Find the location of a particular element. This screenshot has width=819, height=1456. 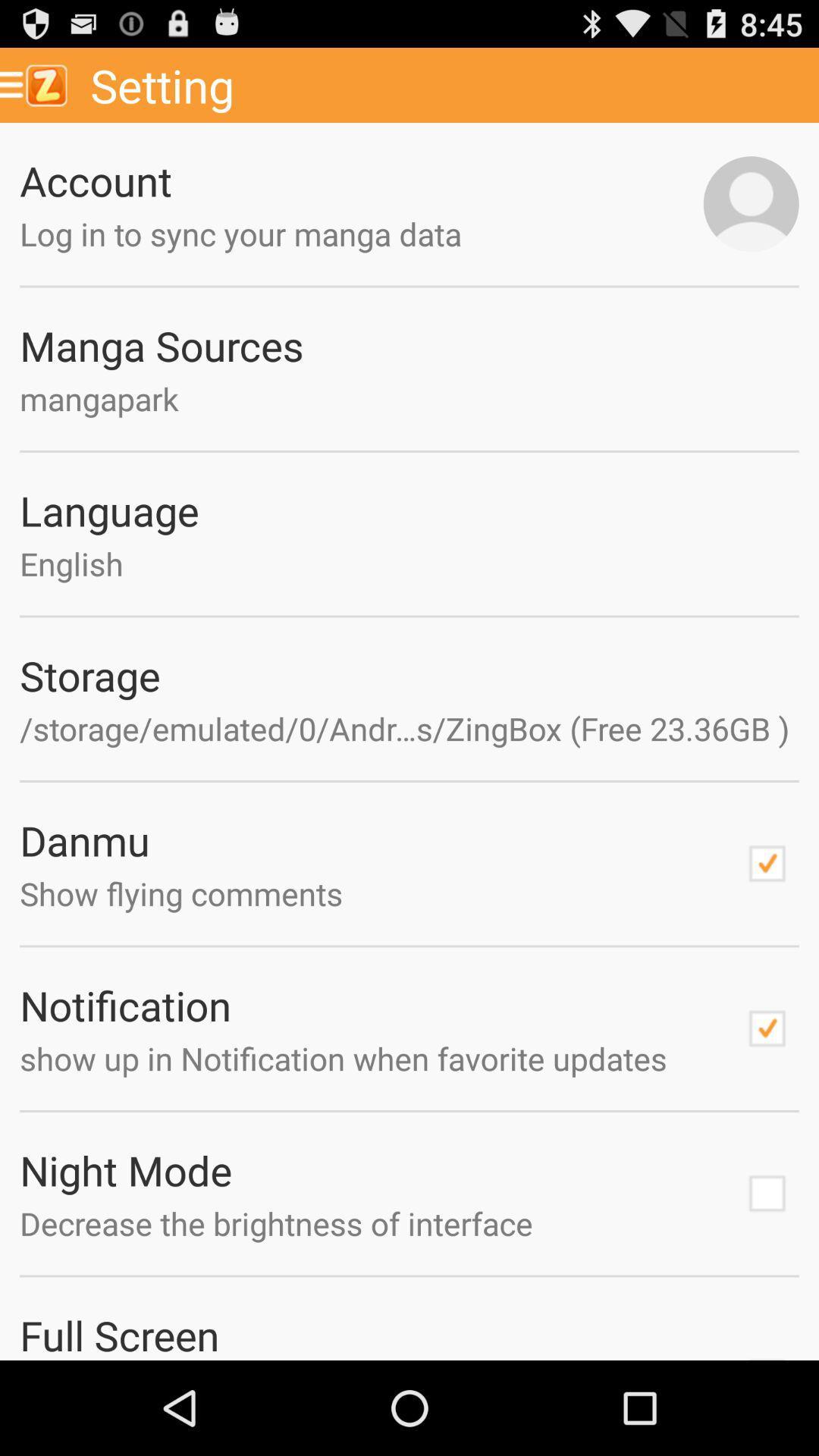

the check box for danmu is located at coordinates (767, 863).